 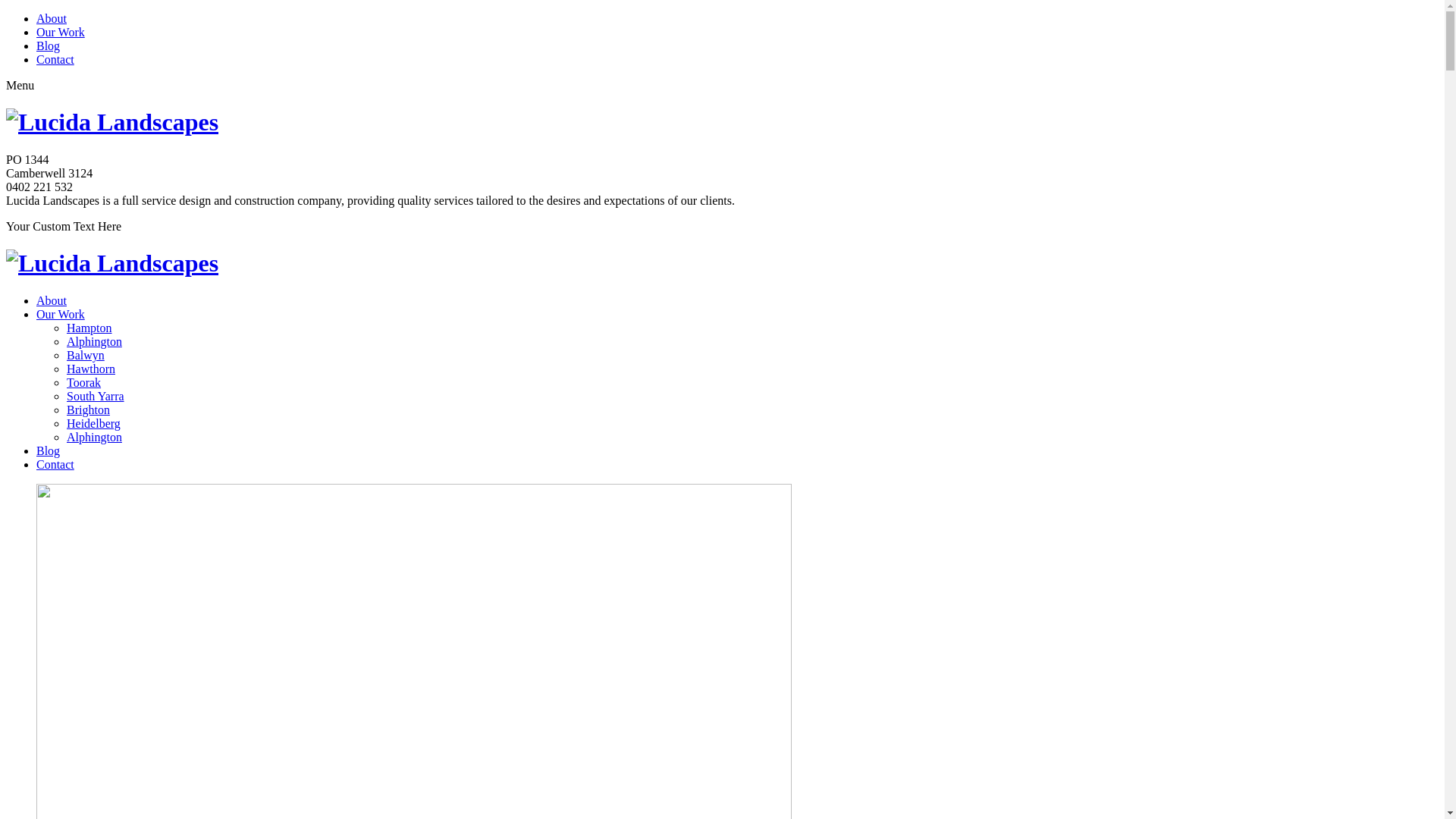 What do you see at coordinates (48, 45) in the screenshot?
I see `'Blog'` at bounding box center [48, 45].